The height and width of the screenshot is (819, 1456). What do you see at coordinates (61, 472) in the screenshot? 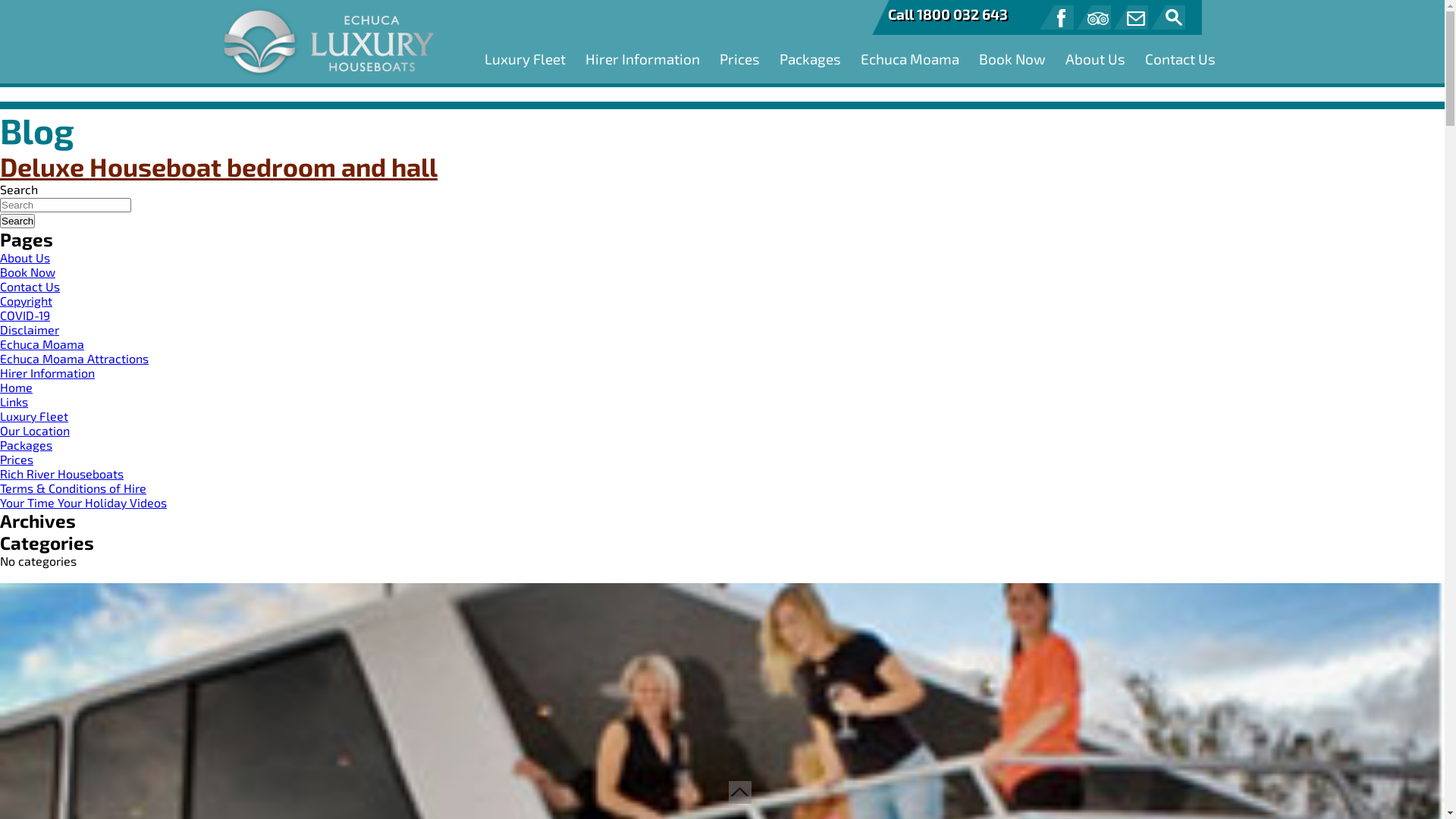
I see `'Rich River Houseboats'` at bounding box center [61, 472].